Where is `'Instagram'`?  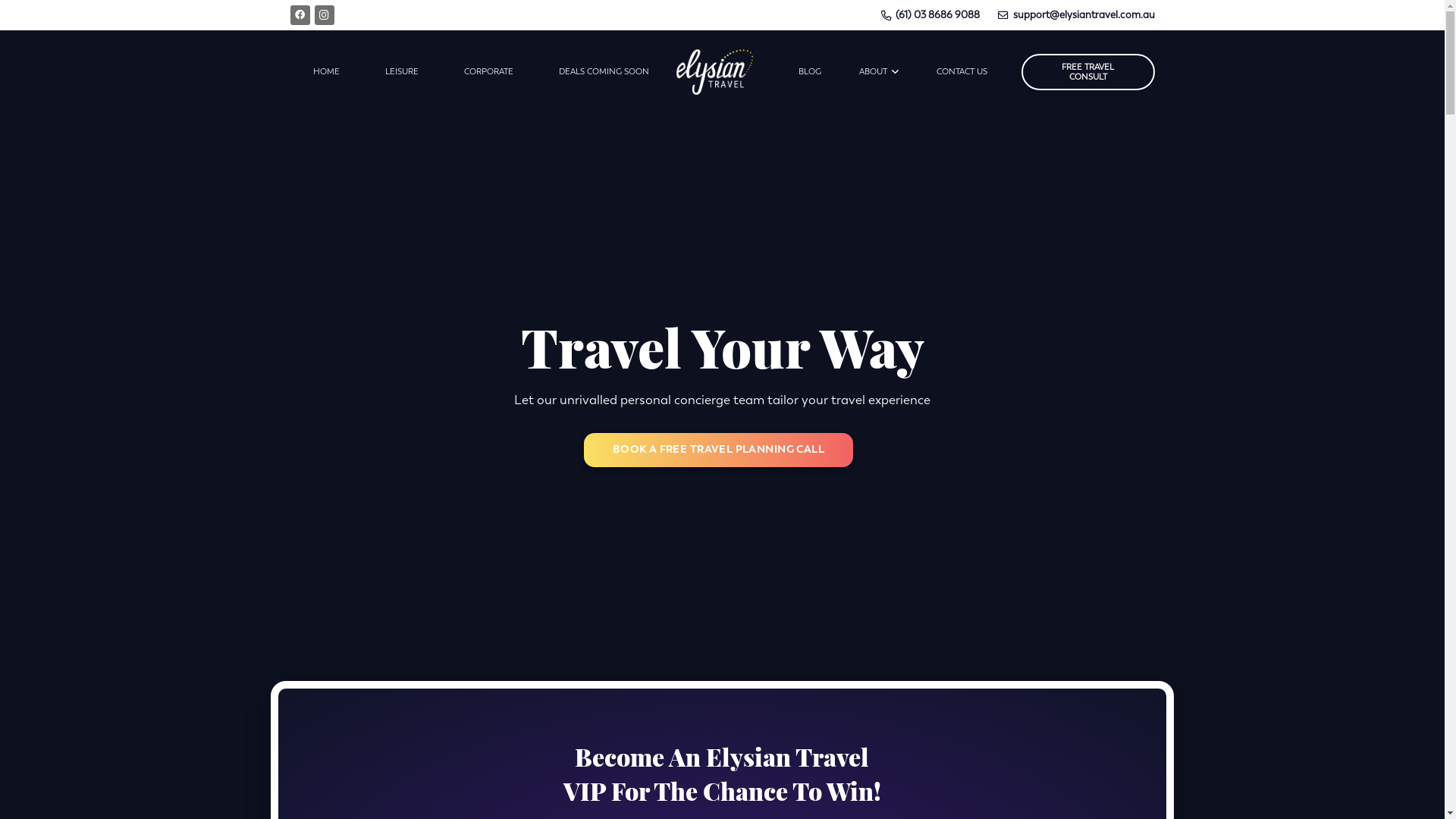 'Instagram' is located at coordinates (312, 14).